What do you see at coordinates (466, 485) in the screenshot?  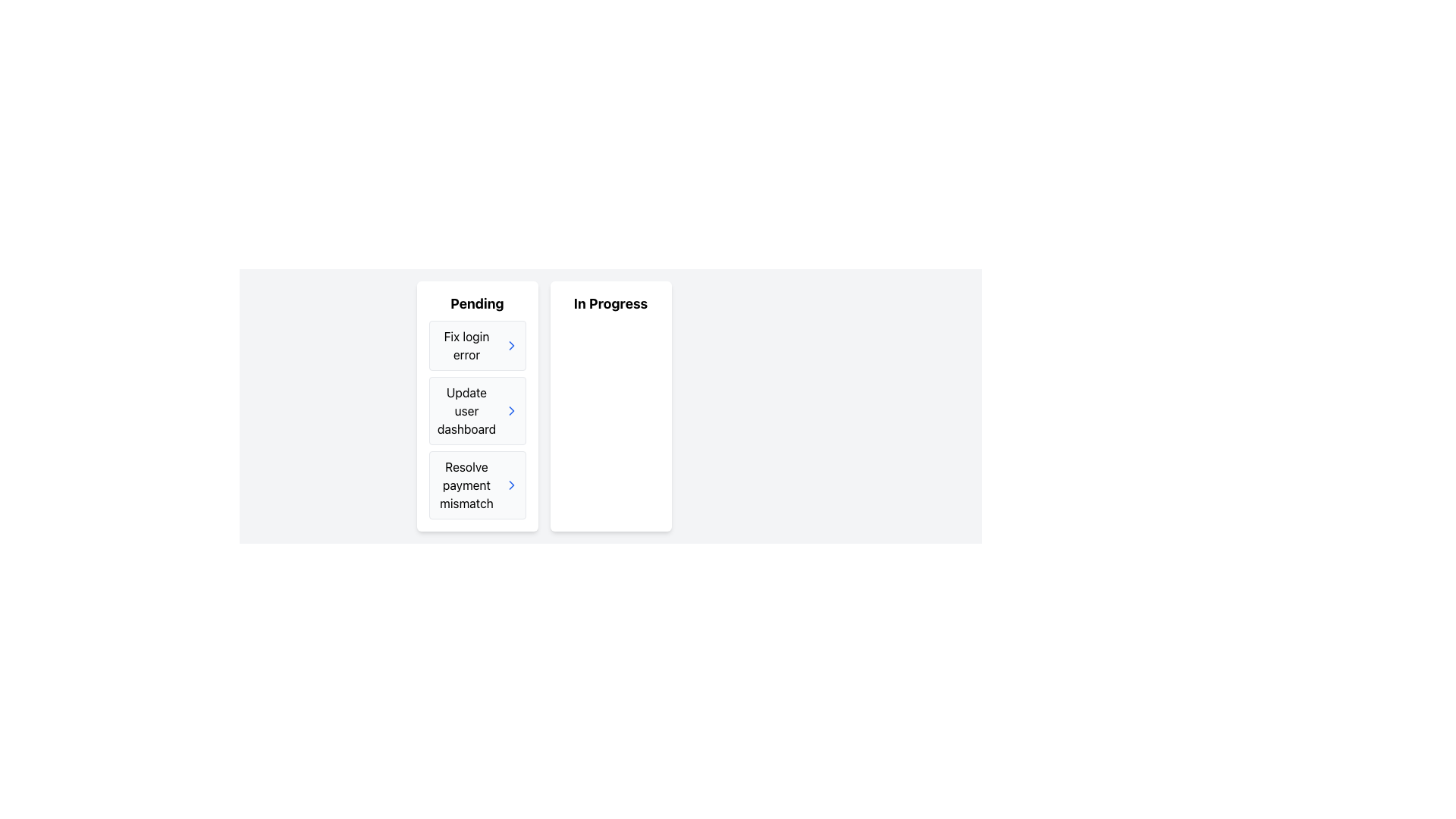 I see `the Text Label that describes resolving payment mismatches, located in the third position under the 'Pending' column, directly below 'Update user dashboard'` at bounding box center [466, 485].